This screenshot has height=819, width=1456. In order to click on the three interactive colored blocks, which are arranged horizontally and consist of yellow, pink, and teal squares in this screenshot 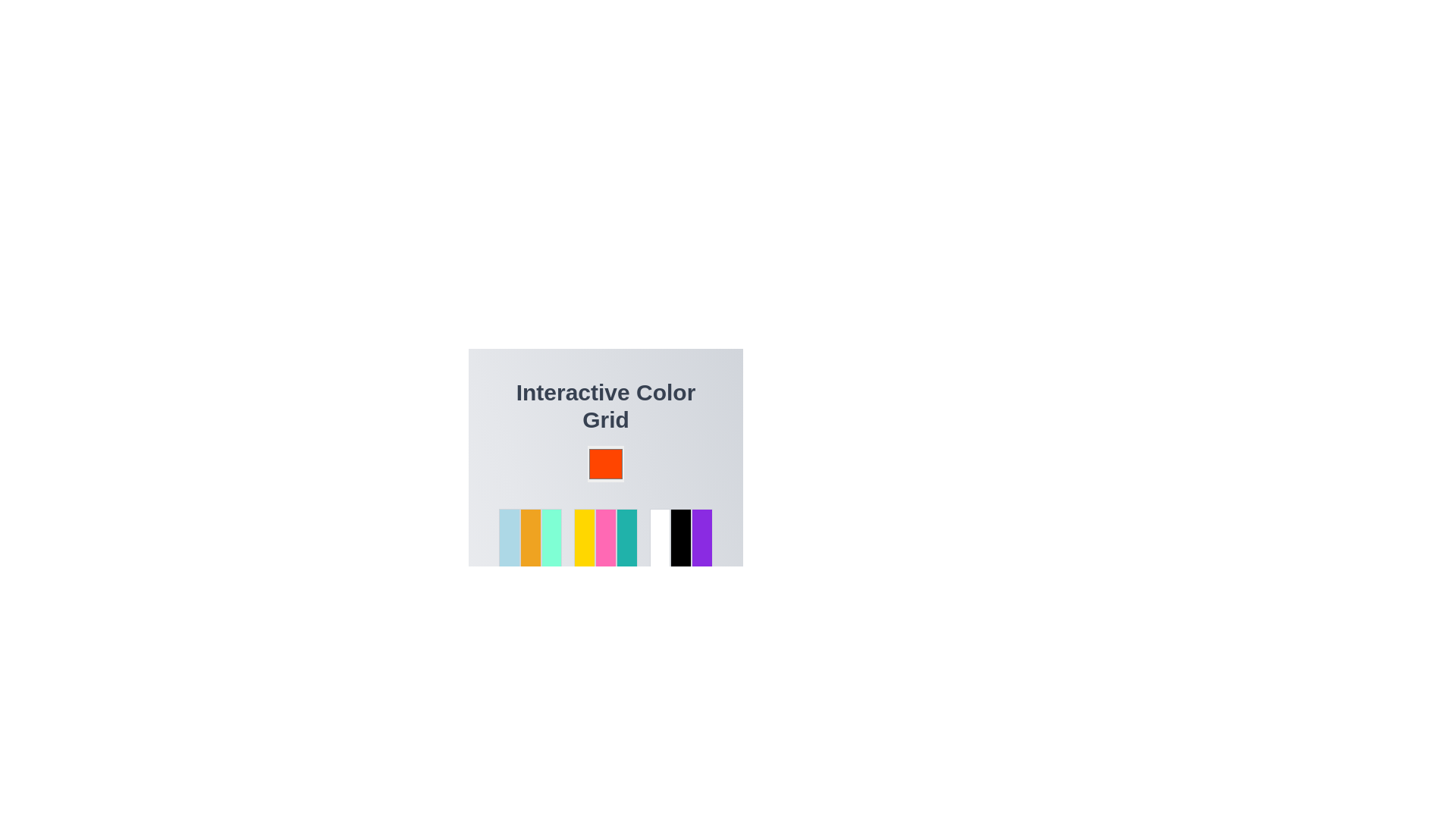, I will do `click(604, 538)`.